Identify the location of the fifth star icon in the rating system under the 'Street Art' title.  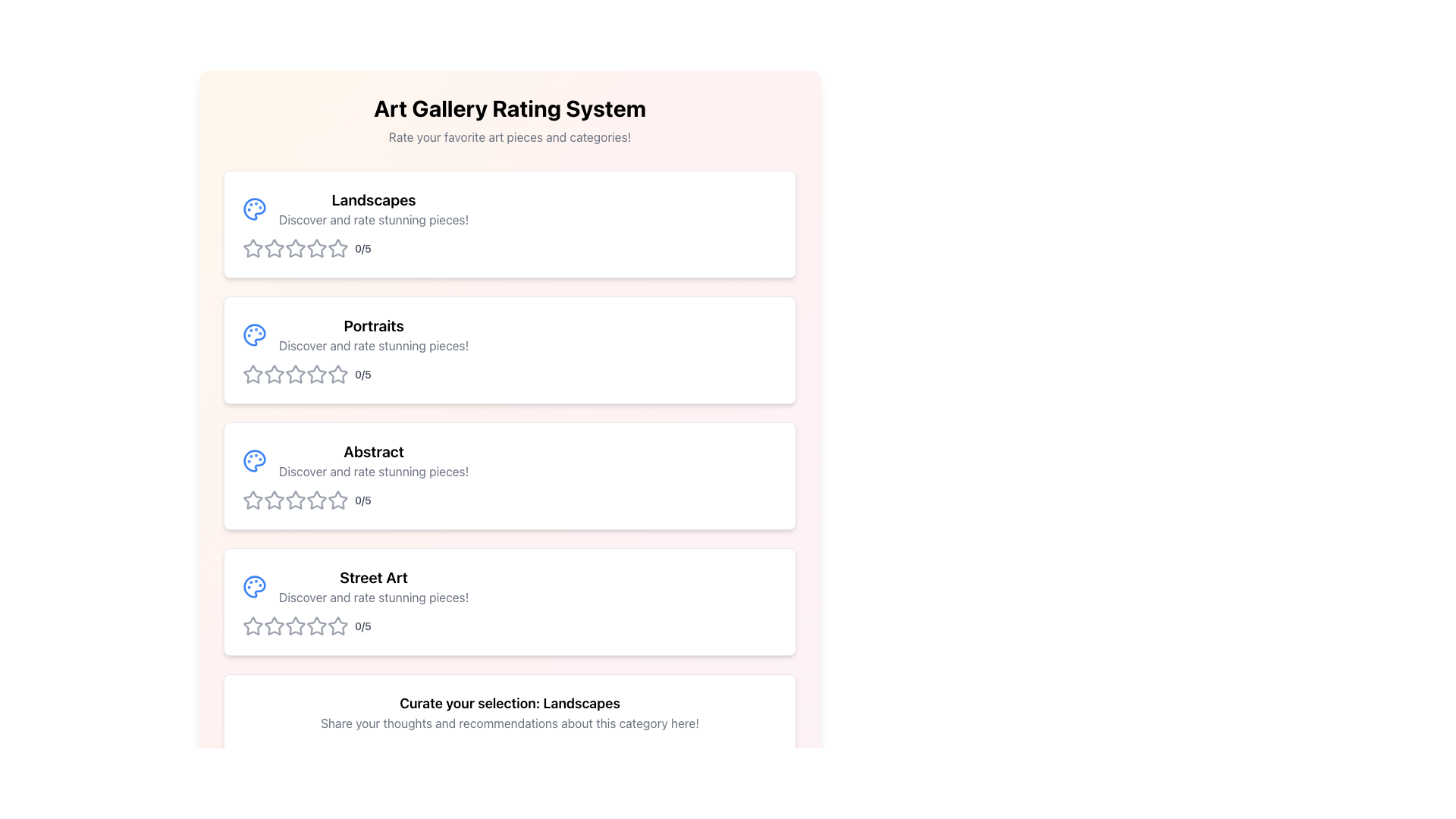
(315, 626).